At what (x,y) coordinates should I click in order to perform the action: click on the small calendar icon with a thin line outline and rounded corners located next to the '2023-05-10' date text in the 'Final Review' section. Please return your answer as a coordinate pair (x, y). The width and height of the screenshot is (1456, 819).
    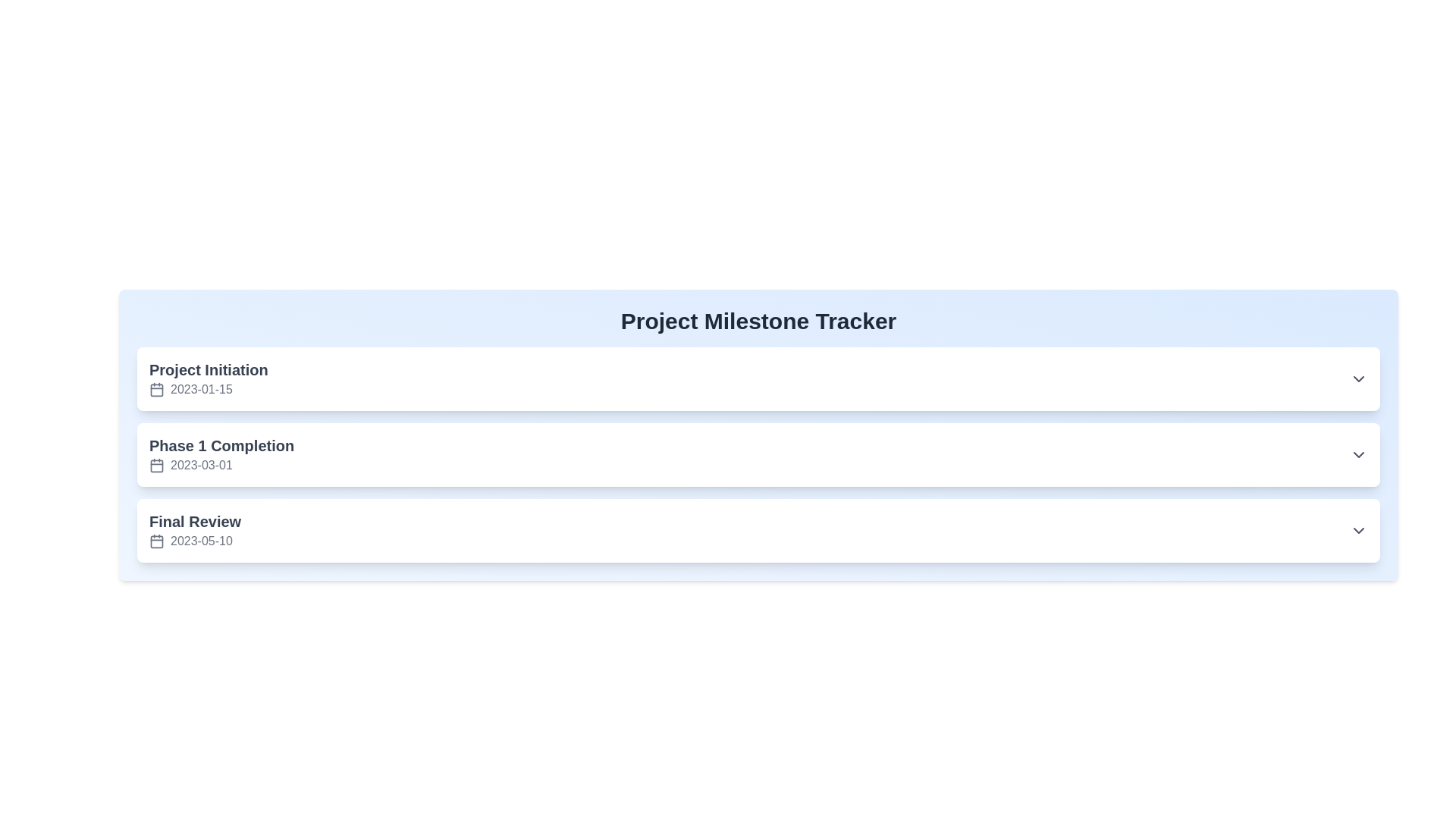
    Looking at the image, I should click on (156, 540).